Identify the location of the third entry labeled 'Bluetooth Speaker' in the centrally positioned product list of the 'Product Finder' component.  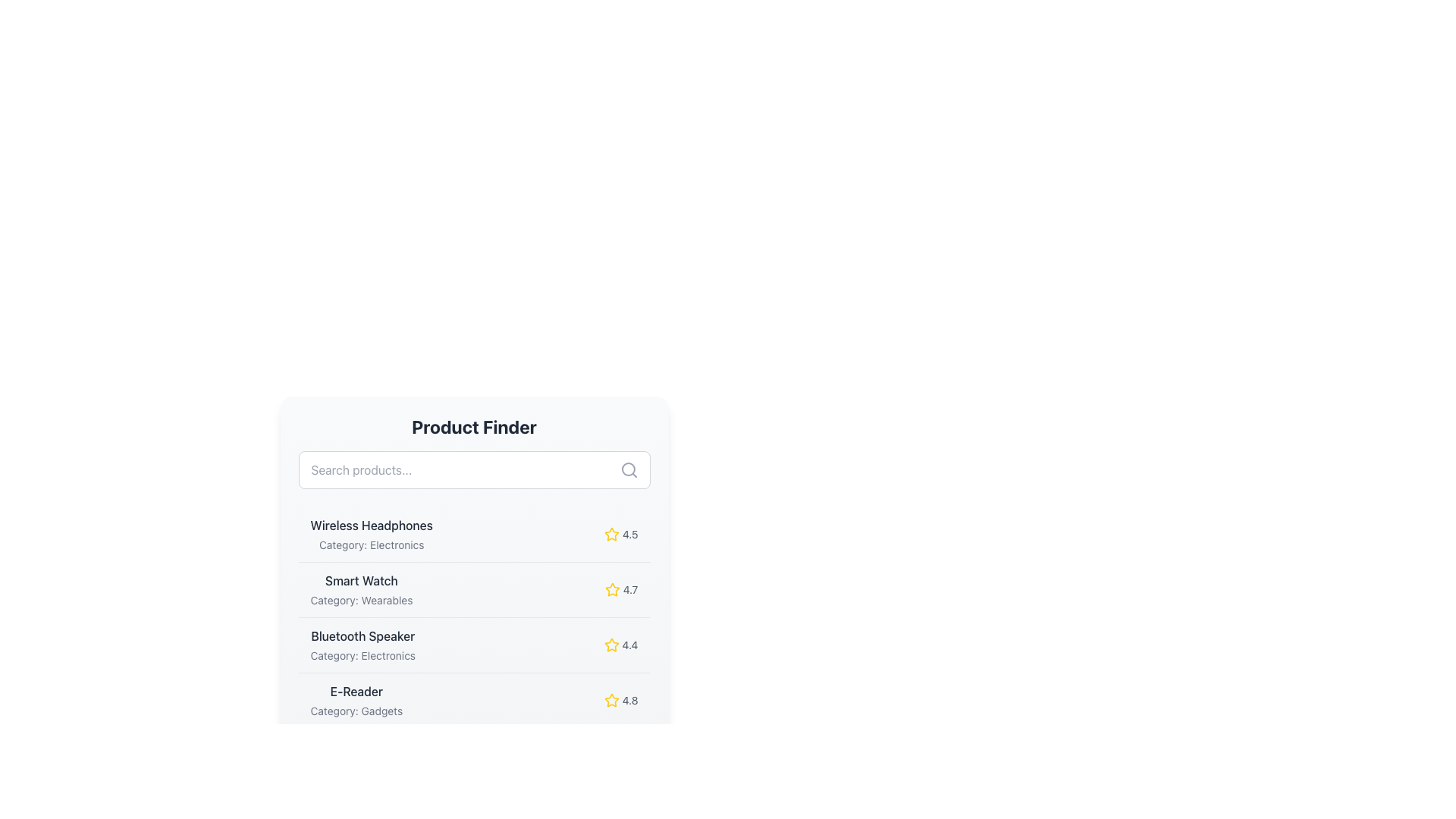
(473, 645).